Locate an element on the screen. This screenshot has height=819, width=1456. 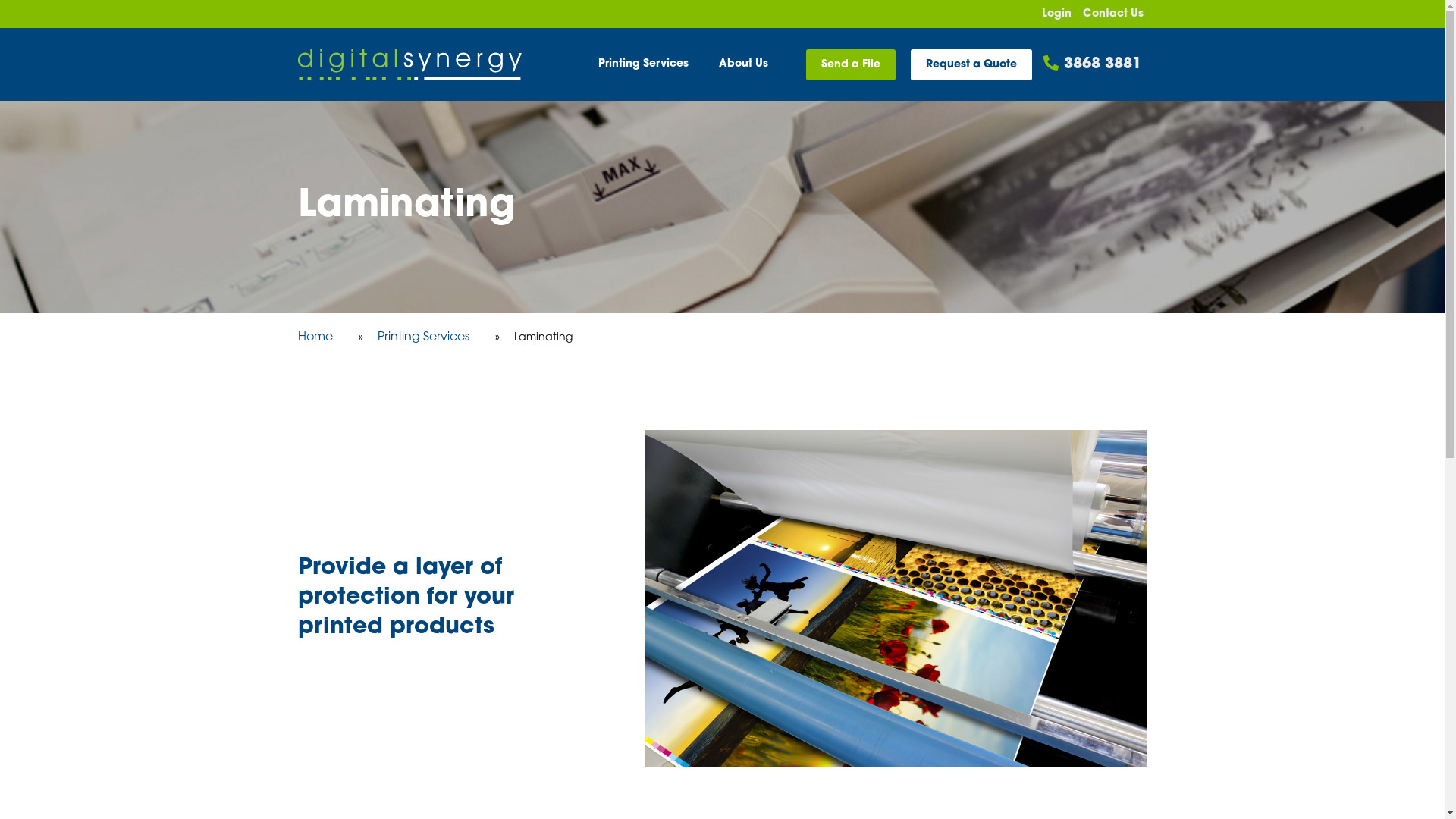
'About Us' is located at coordinates (743, 63).